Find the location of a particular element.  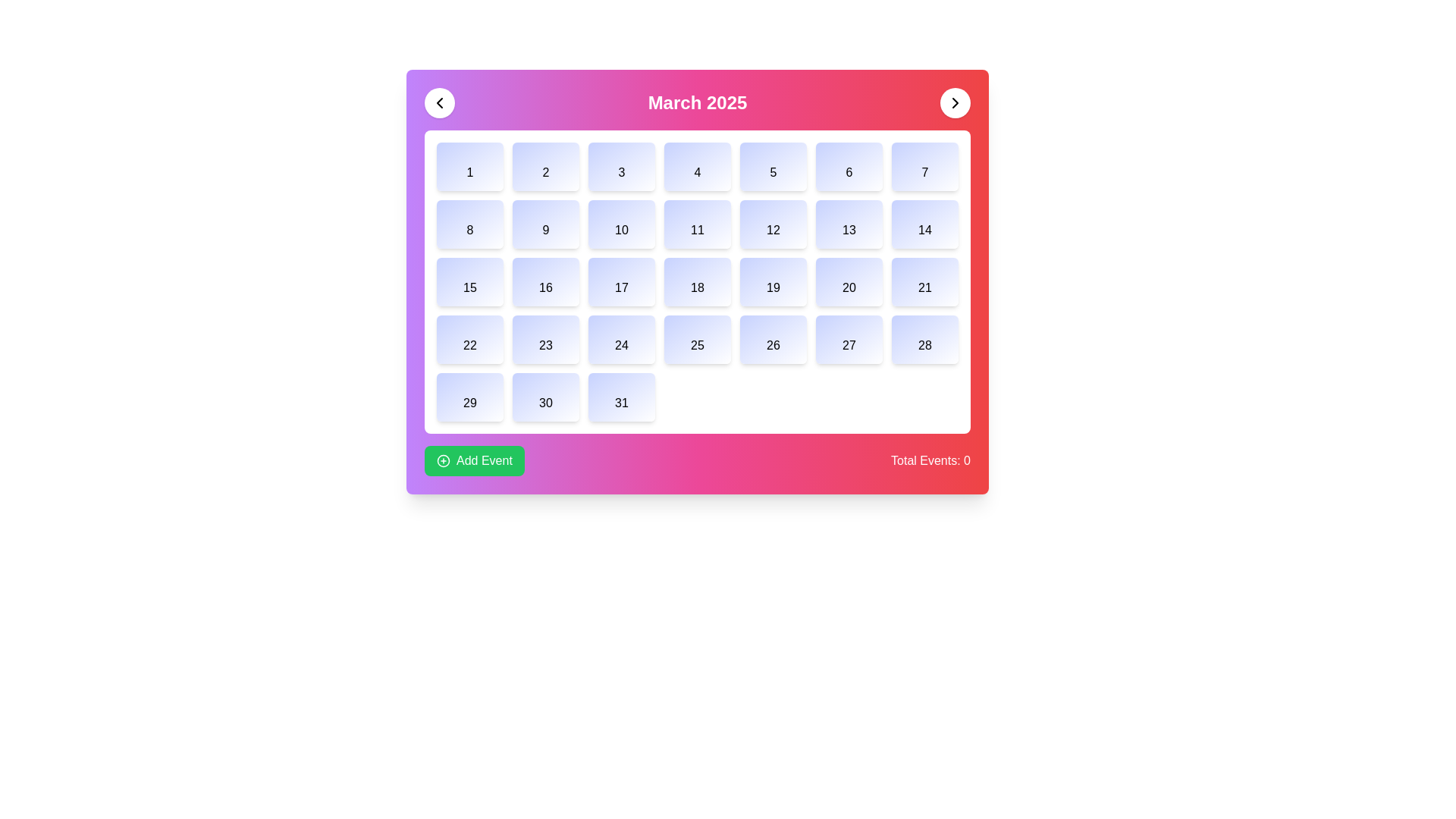

individual dates within the calendar grid for March 2025, which is displayed with a white background and blue gradient cells is located at coordinates (697, 281).